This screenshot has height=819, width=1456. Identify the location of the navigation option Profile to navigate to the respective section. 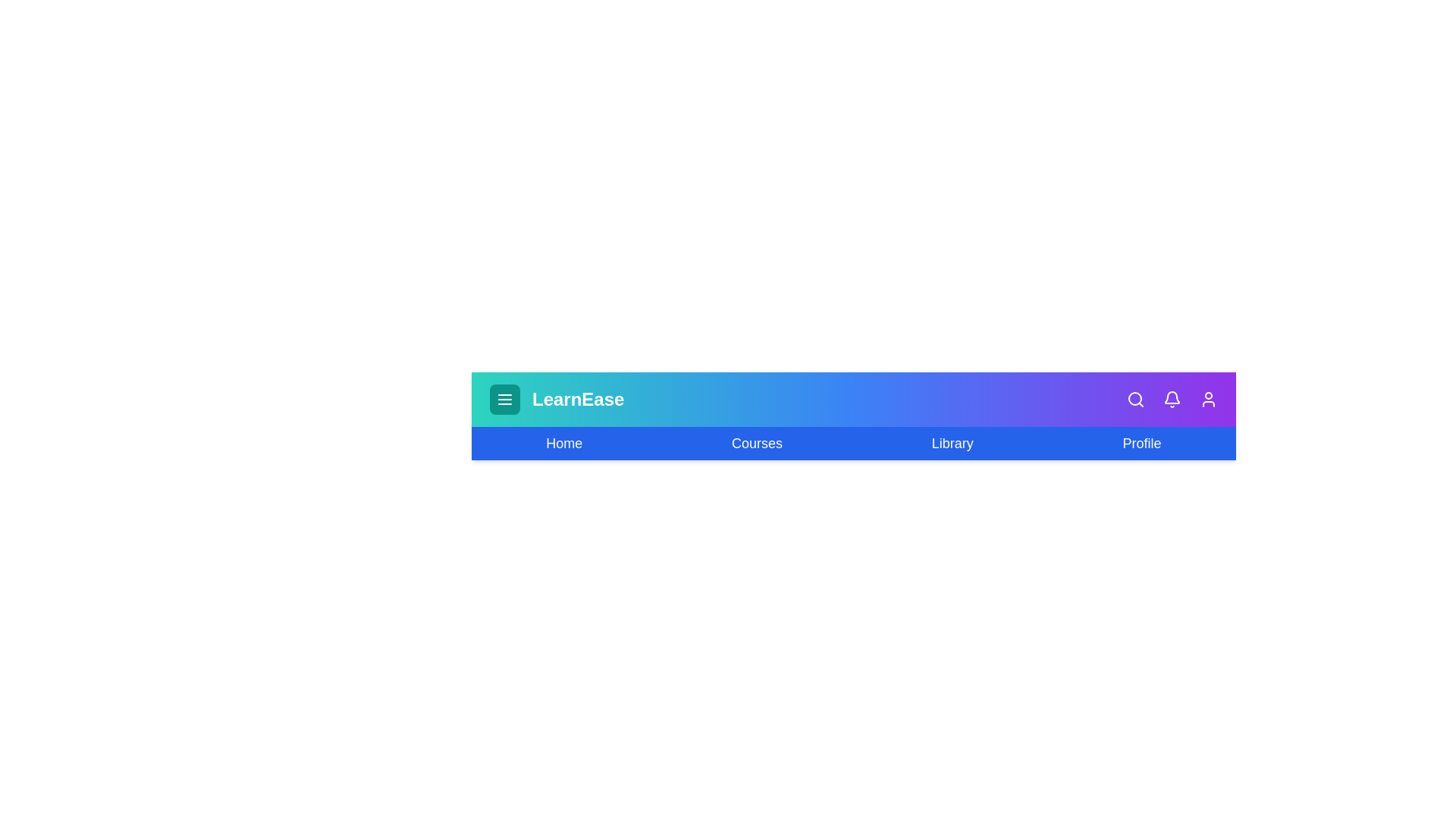
(1142, 444).